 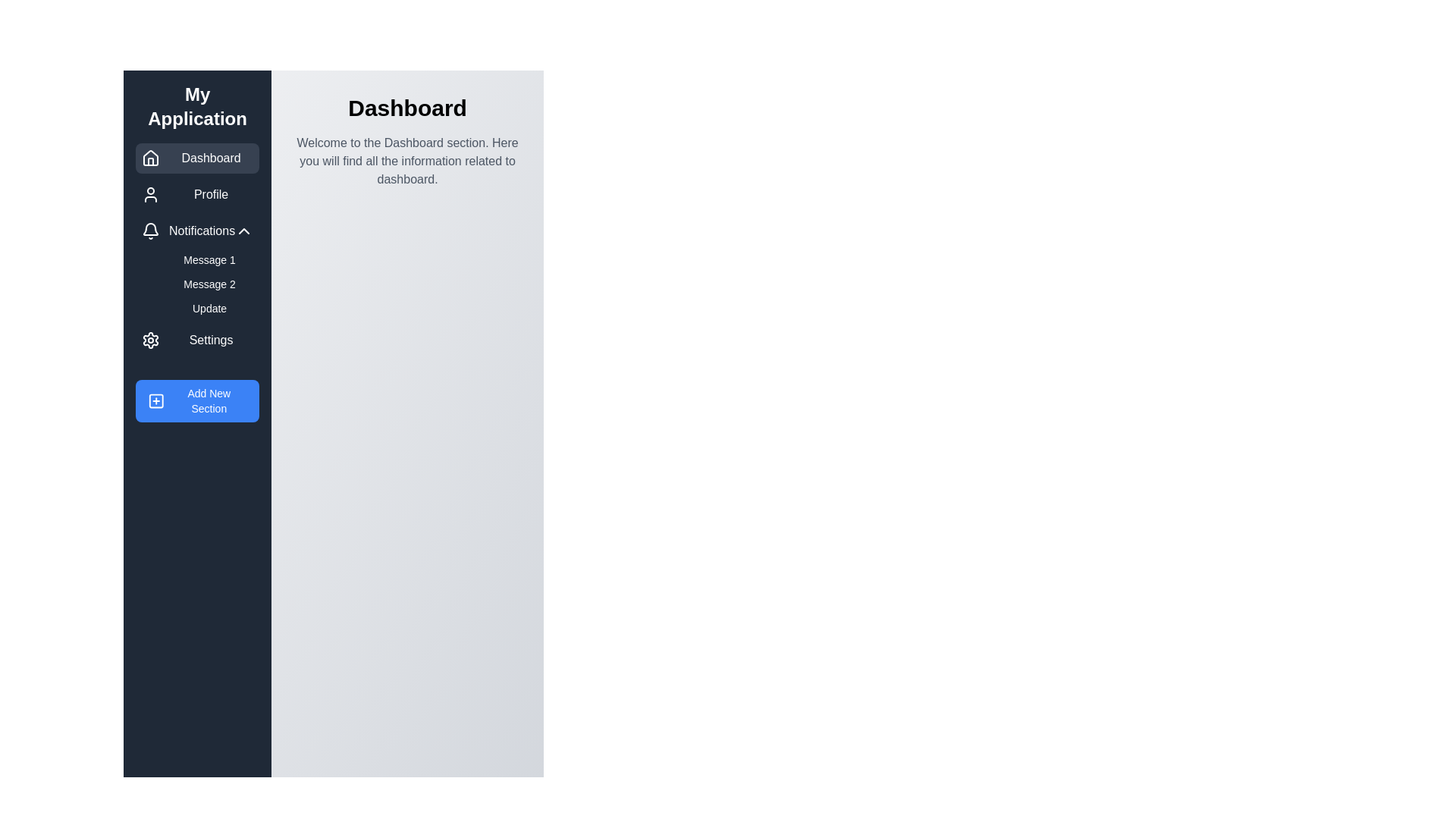 I want to click on the 'Dashboard' icon located in the sidebar navigation menu to visually highlight it for the user, so click(x=150, y=158).